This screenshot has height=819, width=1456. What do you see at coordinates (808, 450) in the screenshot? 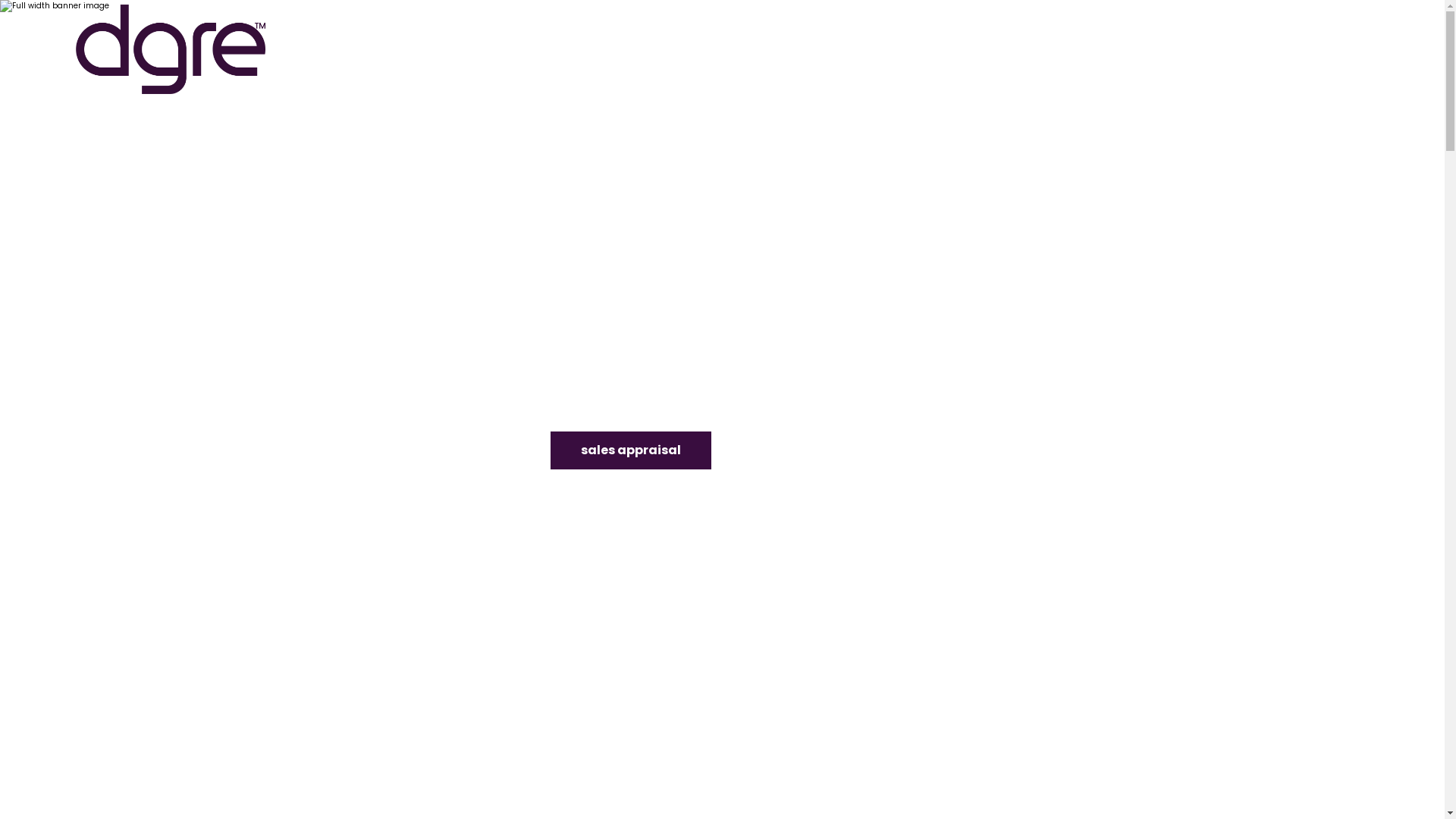
I see `'rental appraisal'` at bounding box center [808, 450].